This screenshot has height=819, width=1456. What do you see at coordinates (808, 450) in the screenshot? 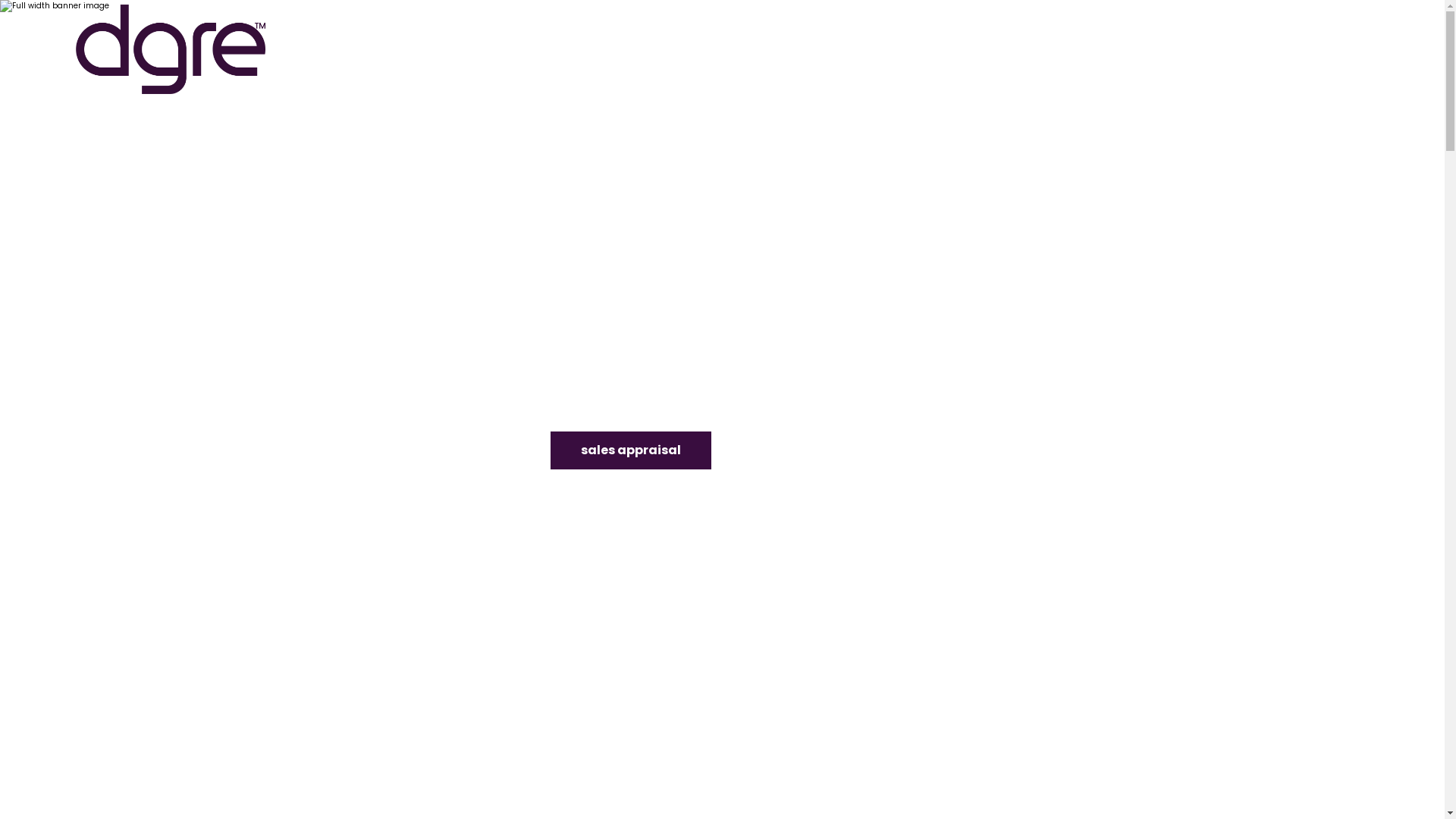
I see `'rental appraisal'` at bounding box center [808, 450].